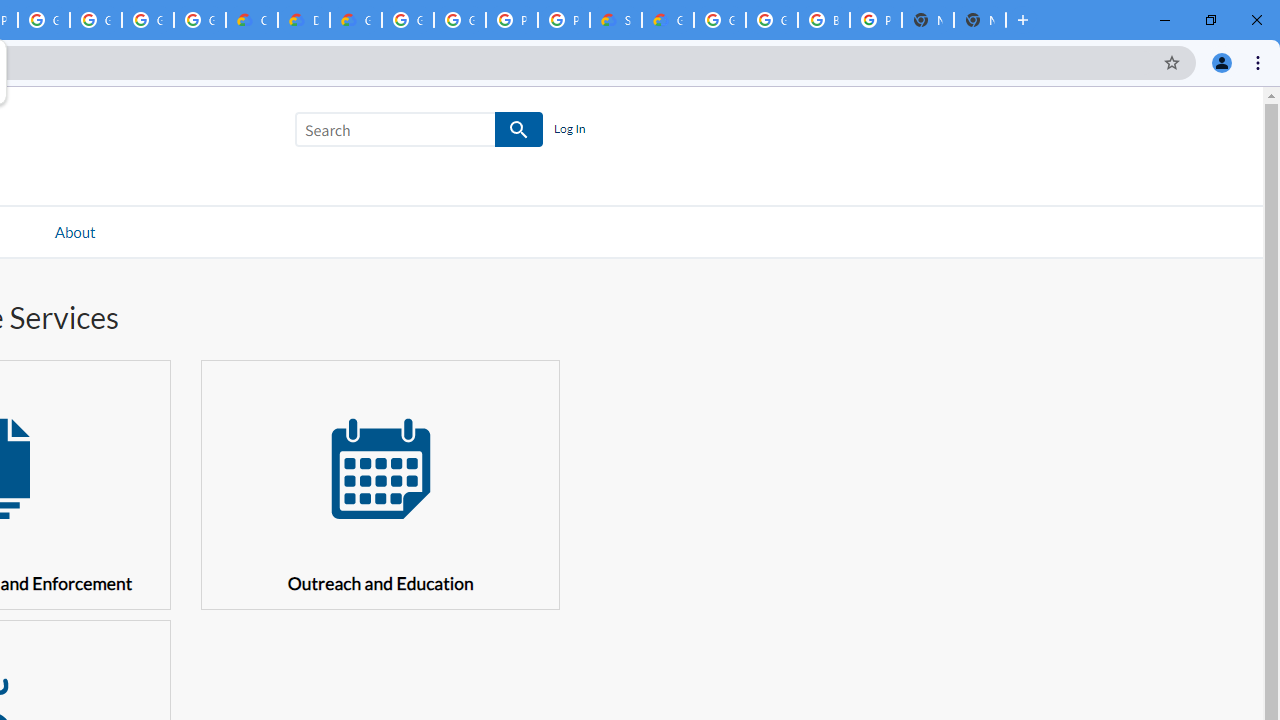  I want to click on 'Google Cloud Platform', so click(406, 20).